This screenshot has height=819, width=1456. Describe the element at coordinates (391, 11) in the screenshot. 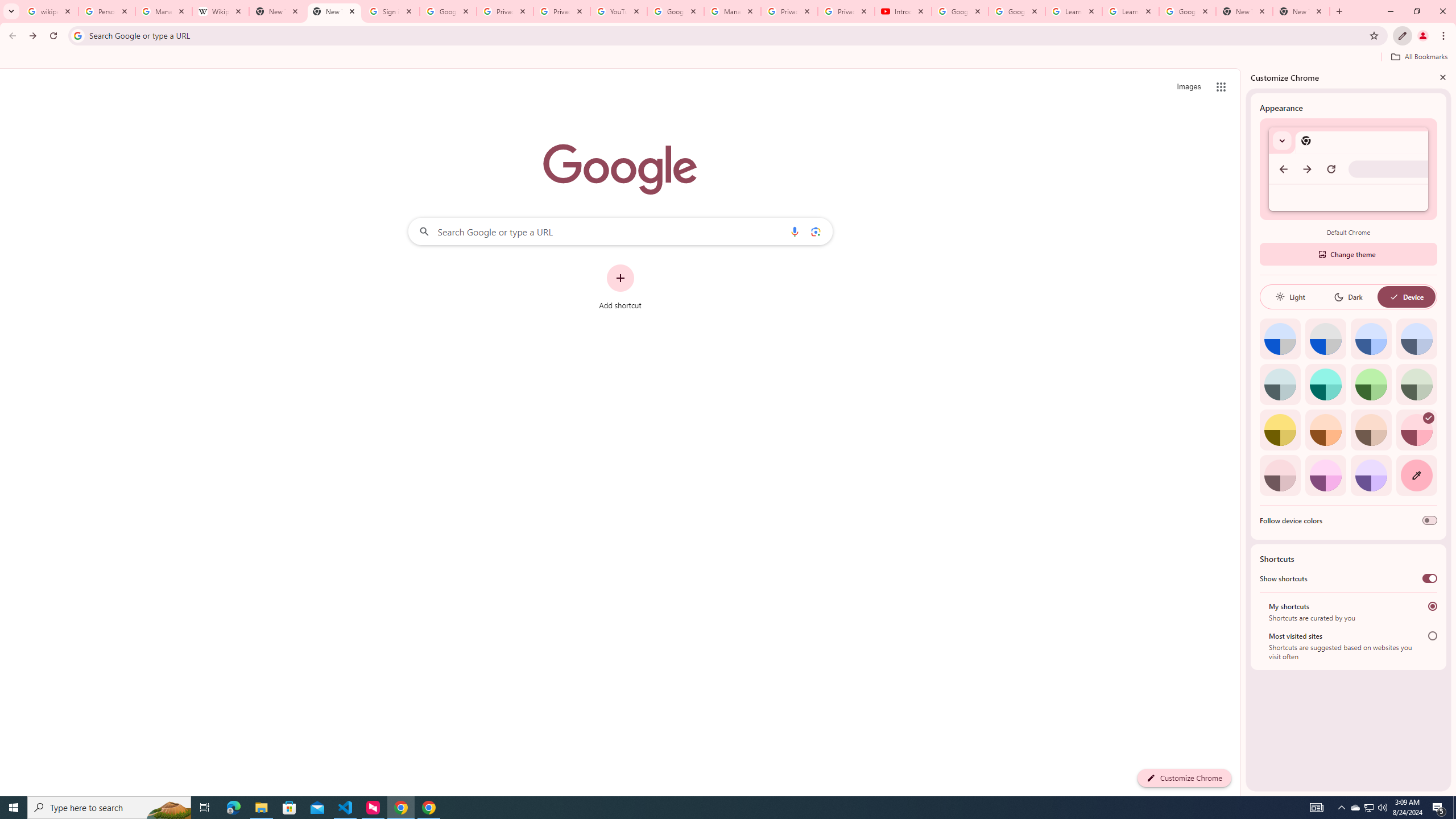

I see `'Sign in - Google Accounts'` at that location.